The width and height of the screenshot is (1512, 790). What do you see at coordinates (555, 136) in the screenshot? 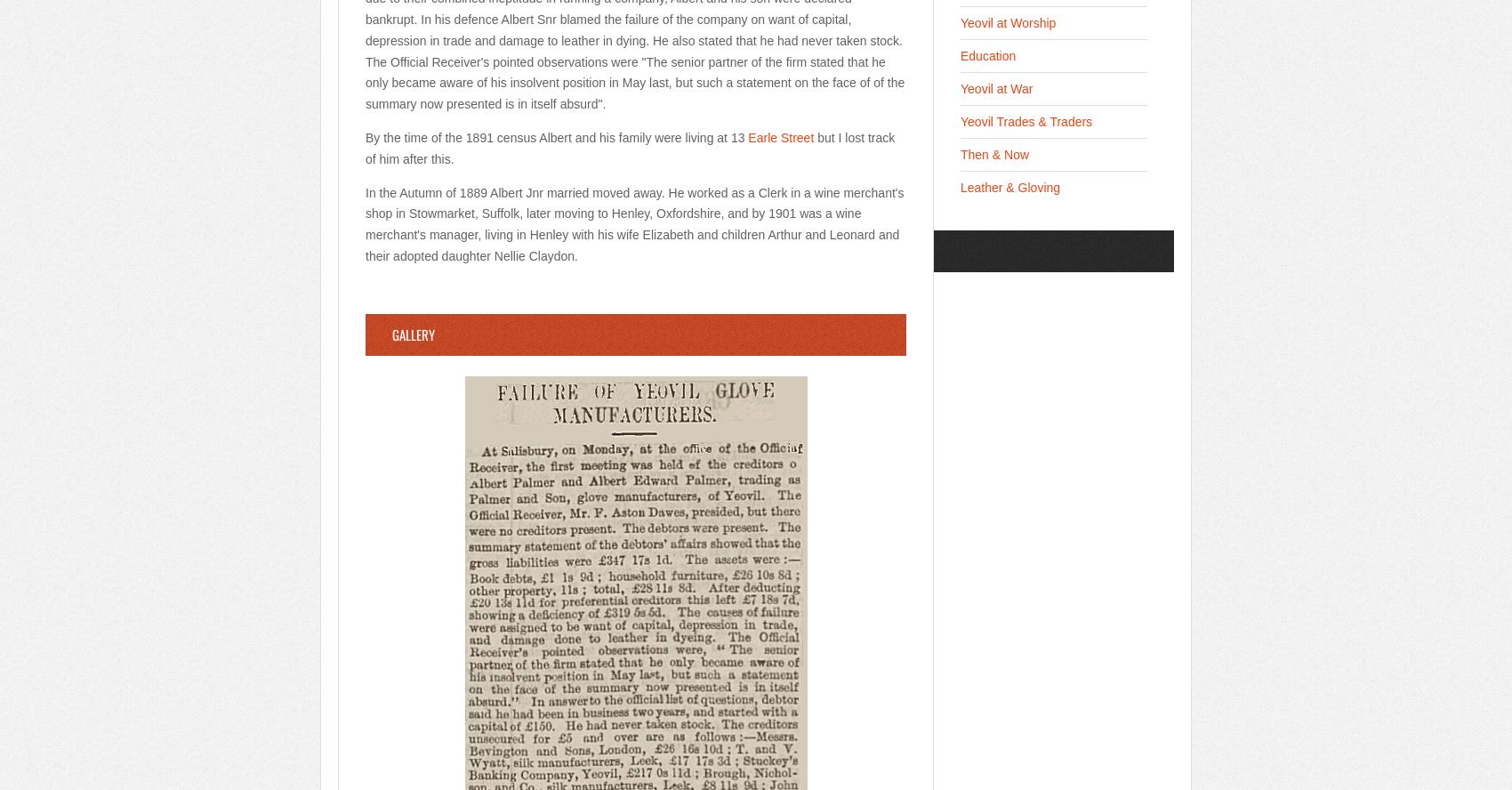
I see `'By the time of 
																the 1891 census 
																Albert and his 
																family were 
																living at 13'` at bounding box center [555, 136].